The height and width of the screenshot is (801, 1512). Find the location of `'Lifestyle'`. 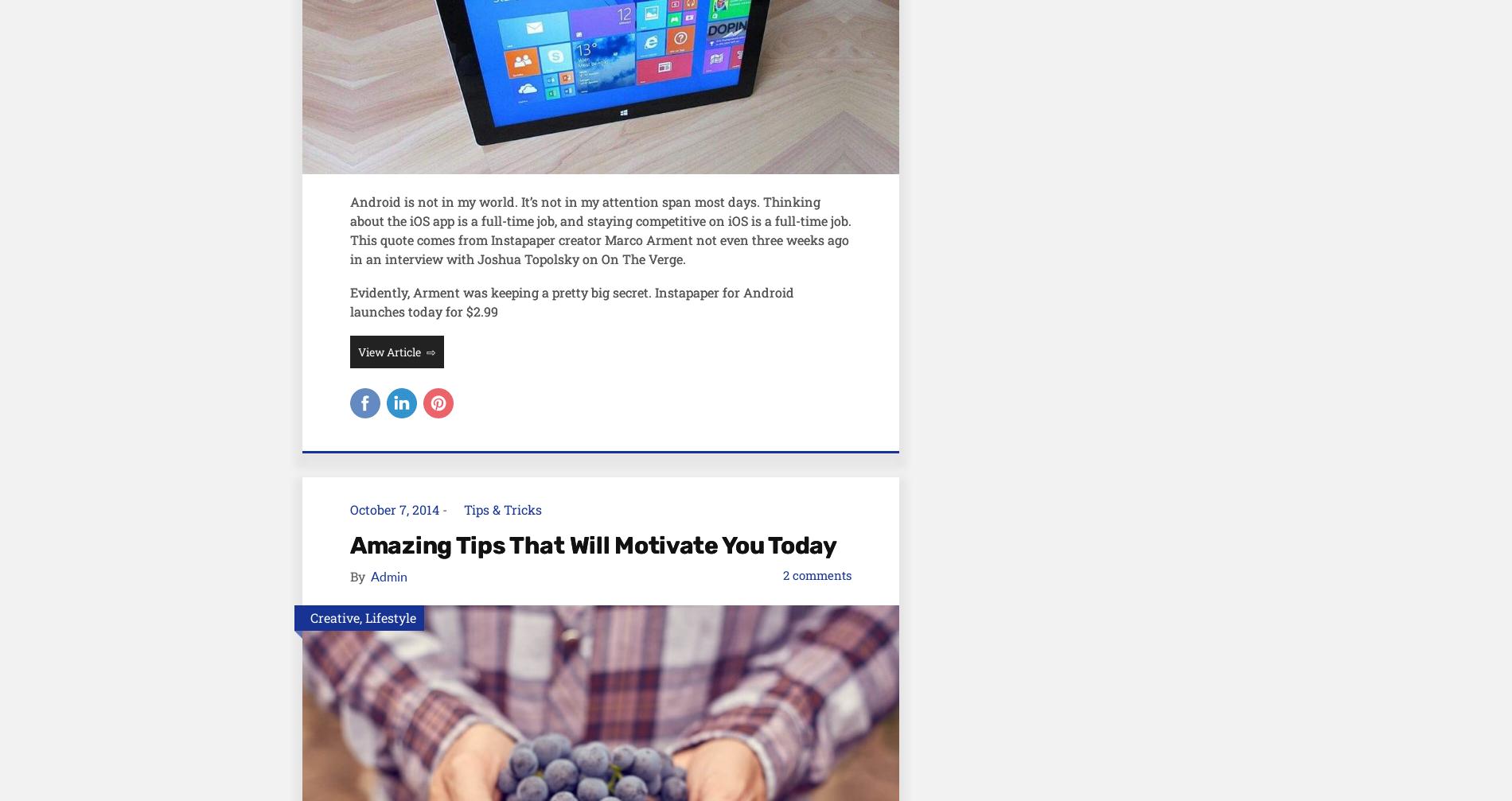

'Lifestyle' is located at coordinates (390, 616).